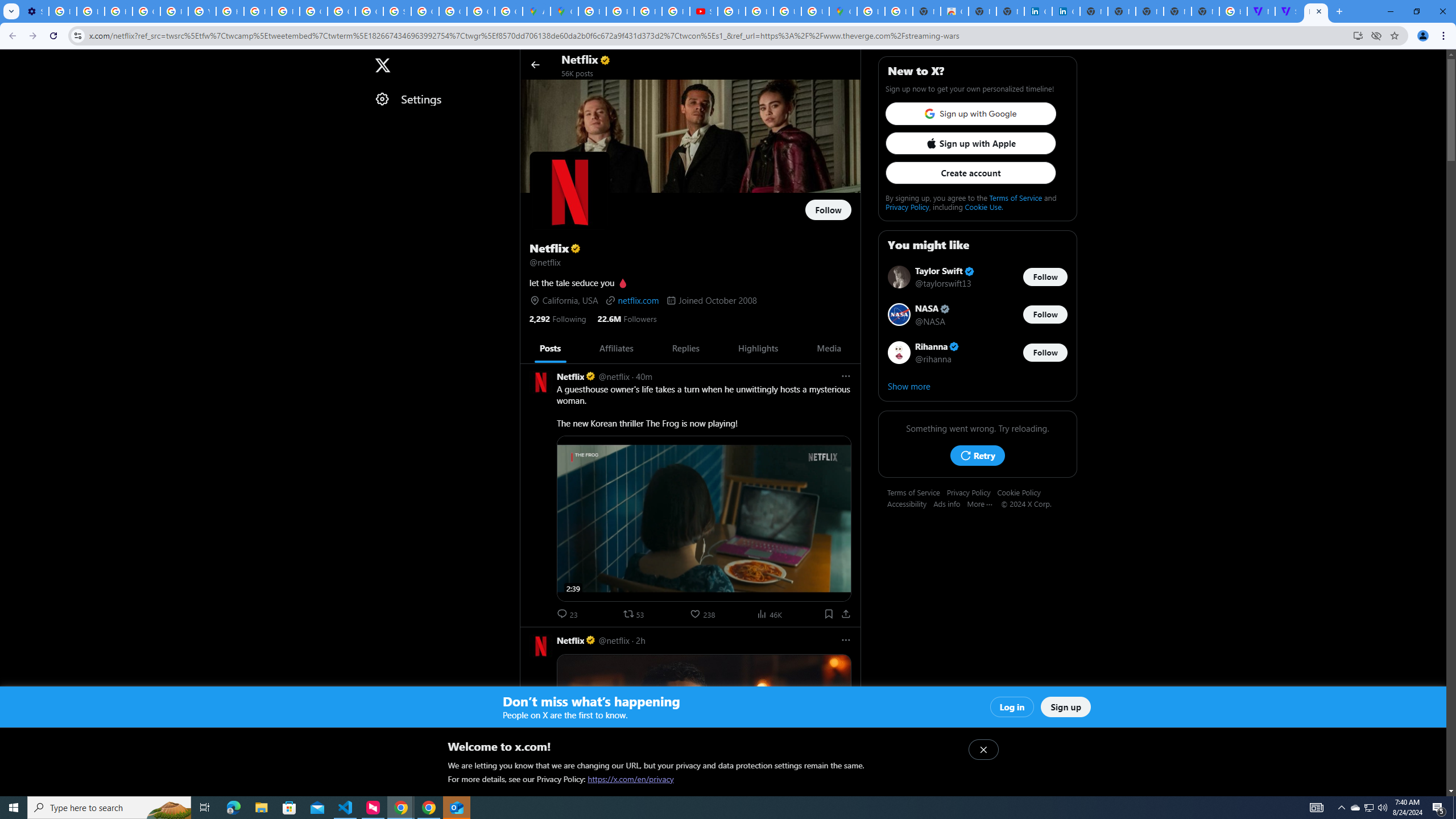  I want to click on 'Google Account Help', so click(146, 11).